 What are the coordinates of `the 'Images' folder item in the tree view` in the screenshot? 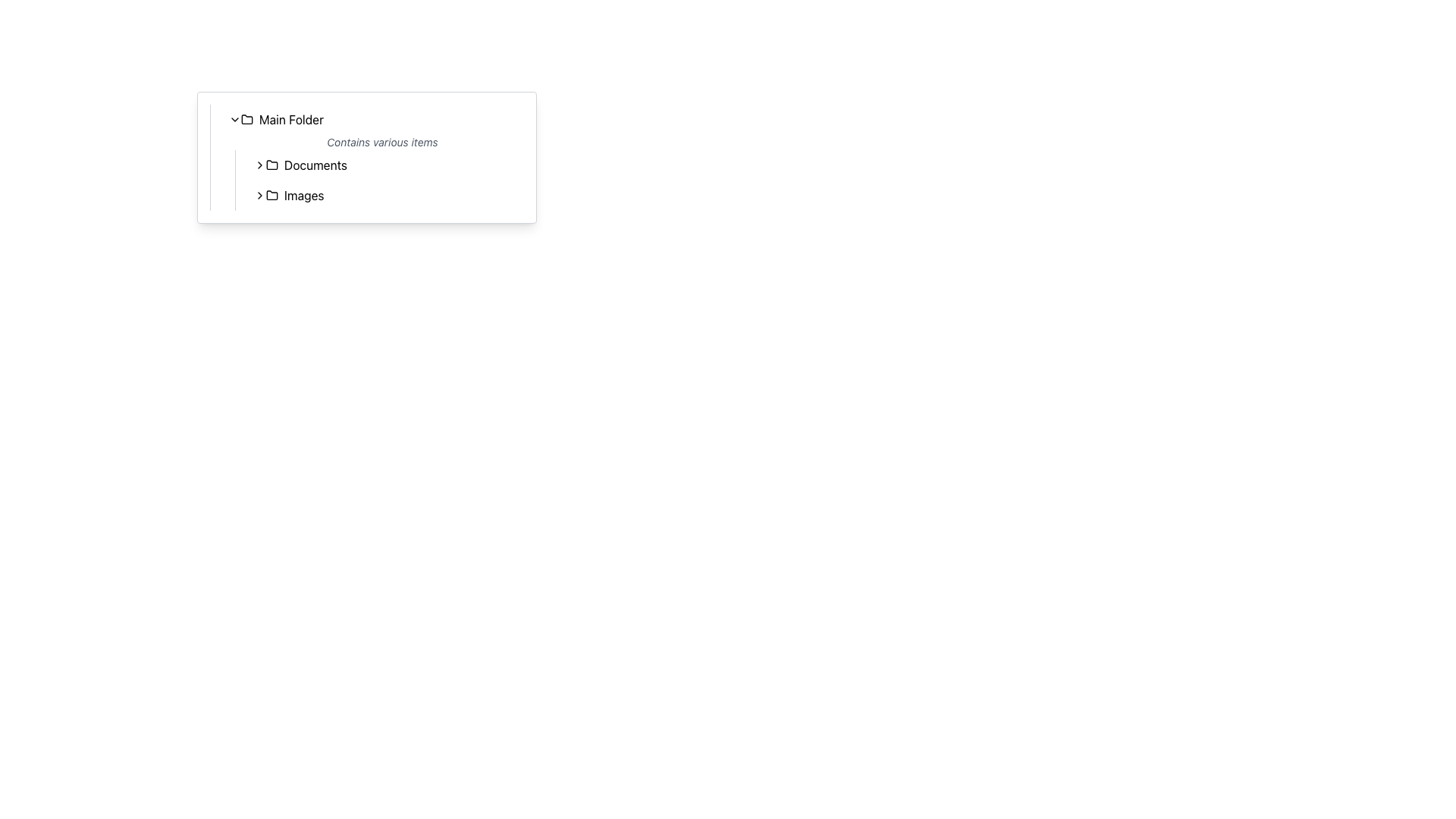 It's located at (379, 195).